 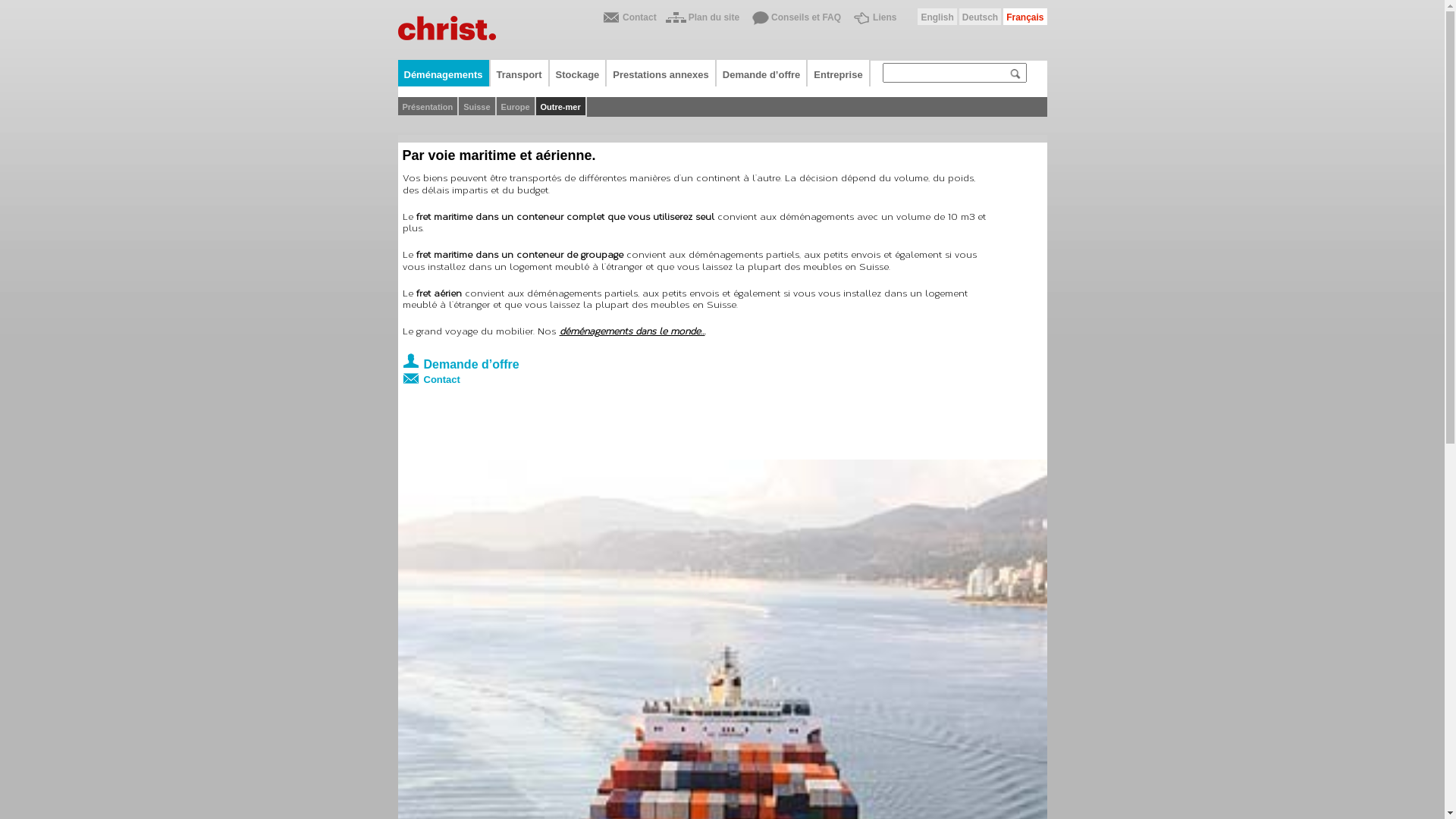 What do you see at coordinates (793, 20) in the screenshot?
I see `'Conseils et FAQ'` at bounding box center [793, 20].